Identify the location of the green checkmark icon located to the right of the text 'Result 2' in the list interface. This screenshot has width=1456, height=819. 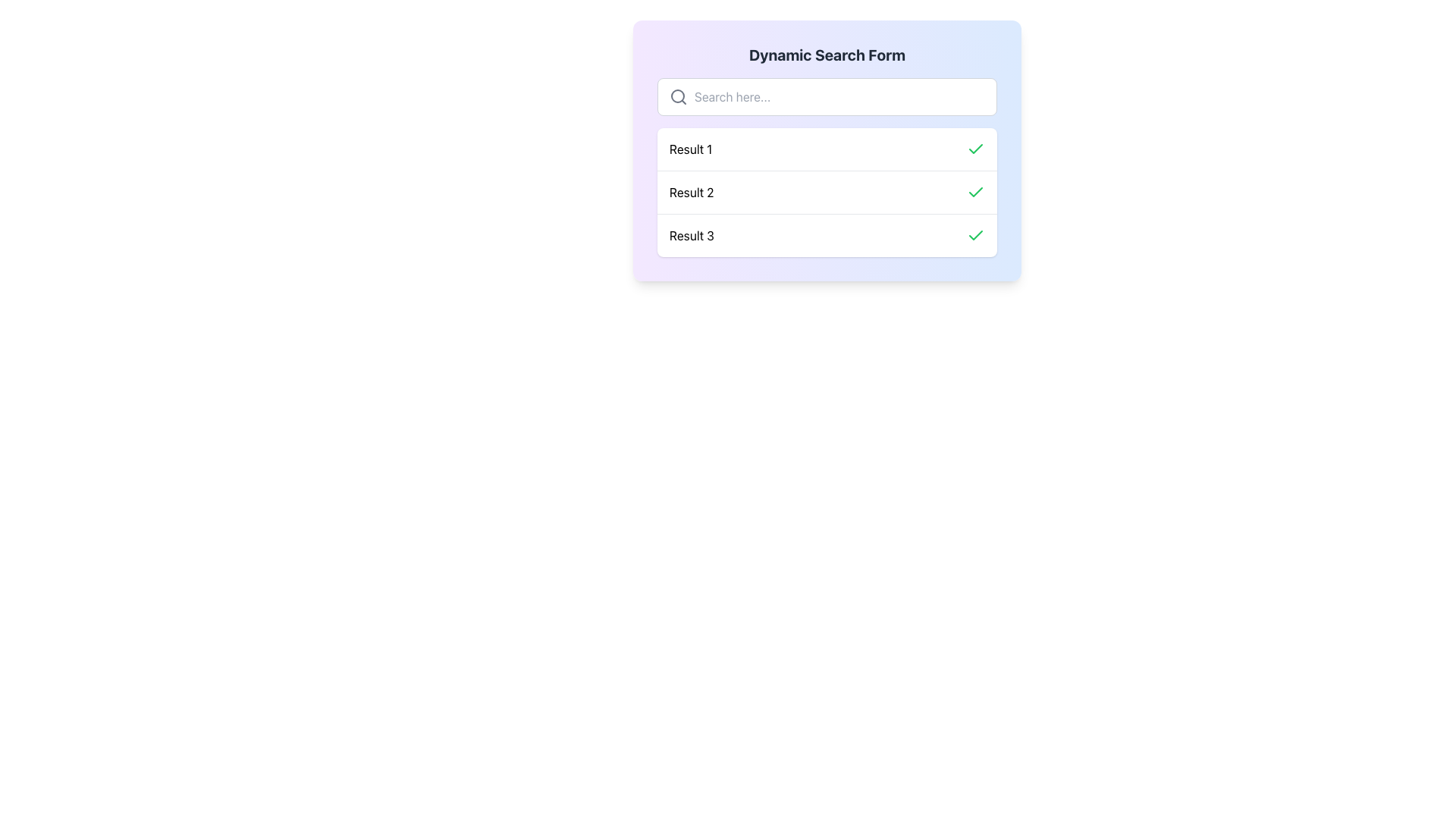
(975, 192).